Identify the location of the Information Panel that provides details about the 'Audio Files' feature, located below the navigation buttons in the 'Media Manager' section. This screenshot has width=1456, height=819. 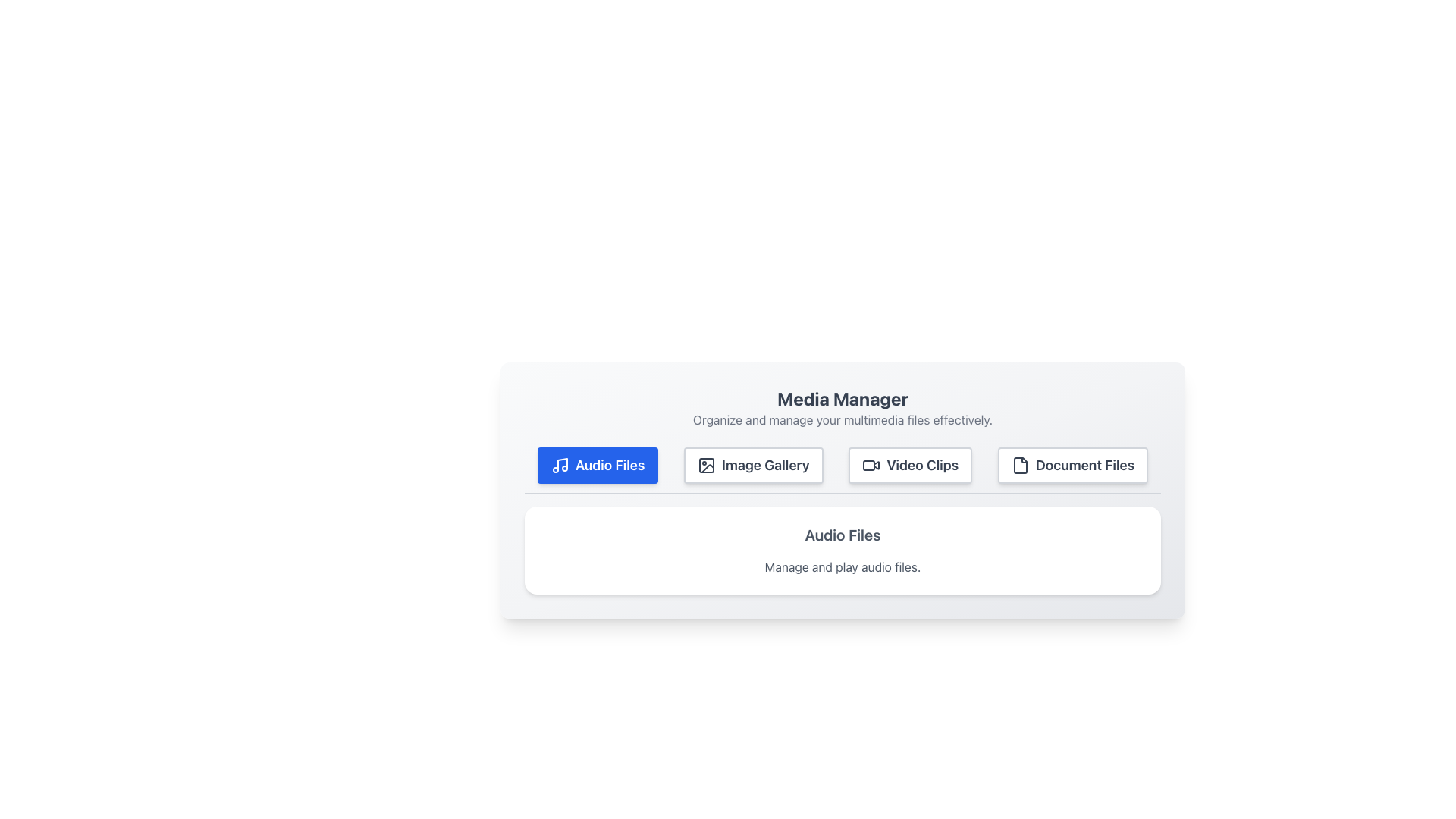
(842, 550).